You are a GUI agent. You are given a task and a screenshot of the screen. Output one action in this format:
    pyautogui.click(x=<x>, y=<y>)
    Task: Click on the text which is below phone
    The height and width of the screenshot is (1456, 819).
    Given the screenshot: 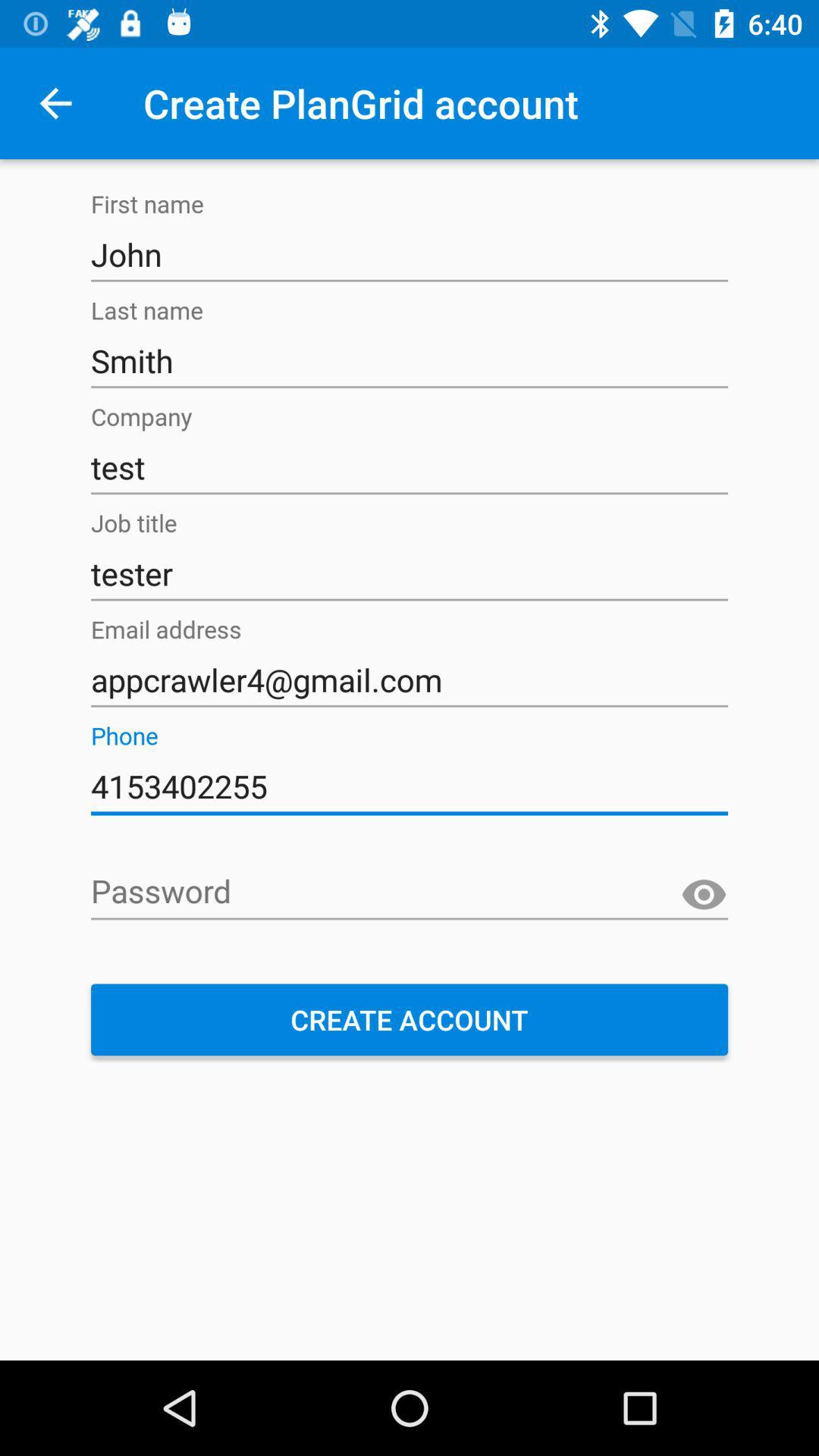 What is the action you would take?
    pyautogui.click(x=409, y=786)
    